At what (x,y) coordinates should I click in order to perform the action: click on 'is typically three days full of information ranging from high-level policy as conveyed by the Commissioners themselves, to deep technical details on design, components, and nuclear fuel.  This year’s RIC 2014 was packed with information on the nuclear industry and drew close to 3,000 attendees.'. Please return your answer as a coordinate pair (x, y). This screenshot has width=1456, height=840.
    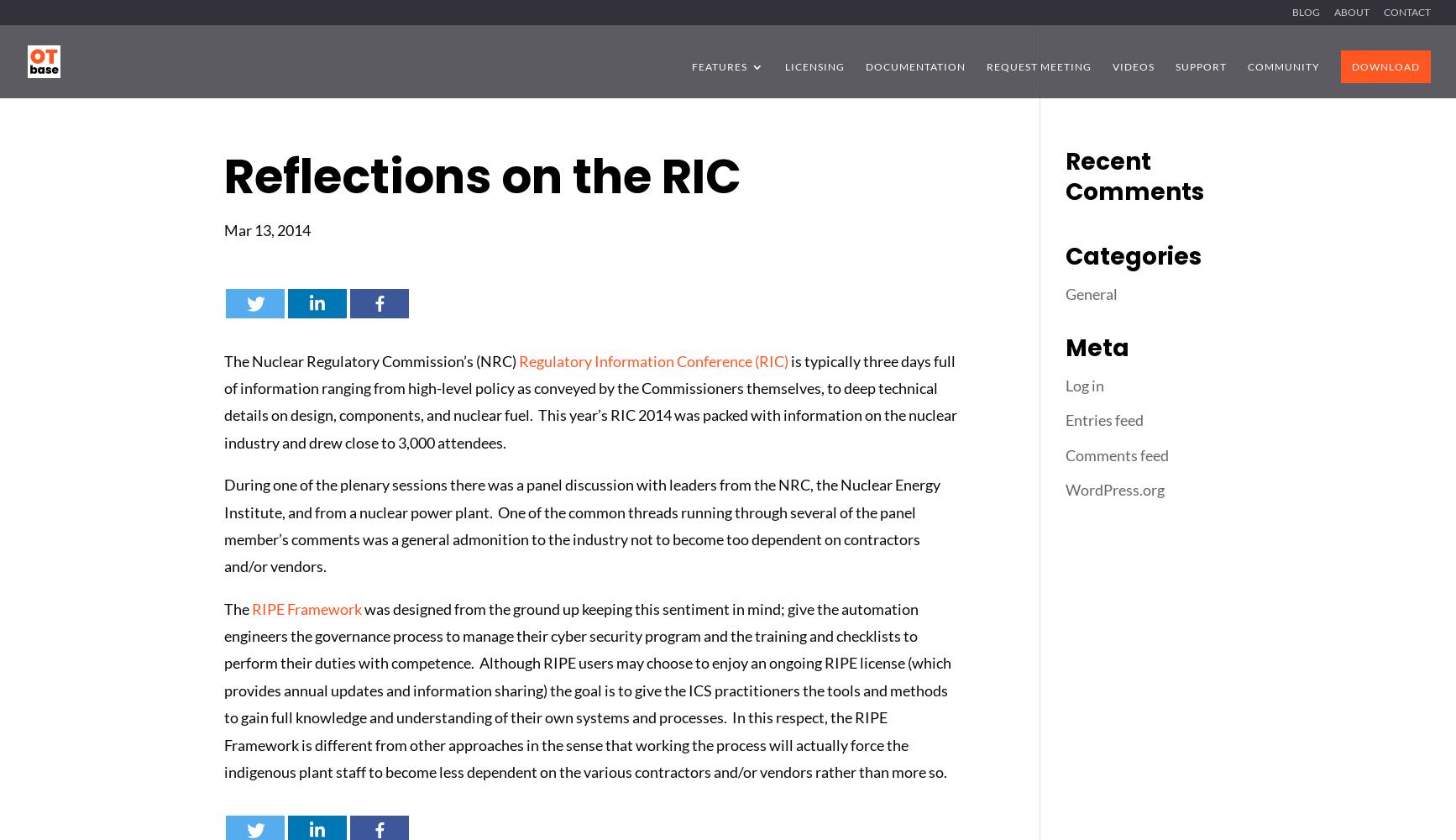
    Looking at the image, I should click on (589, 400).